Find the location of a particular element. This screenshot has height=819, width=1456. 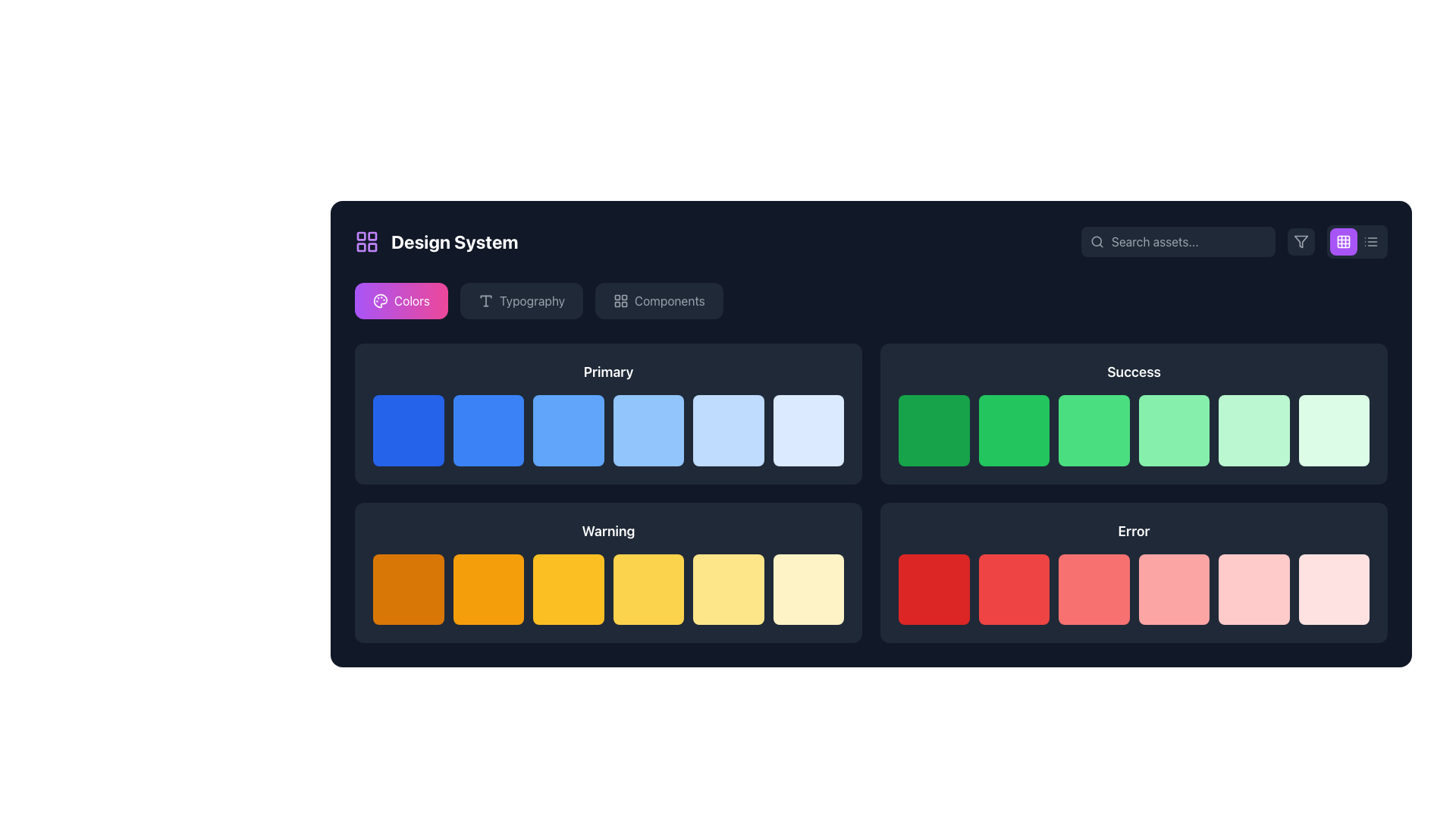

the bottom-left cell of the 2x2 grid icon located in the top-left corner of the interface, adjacent to the 'Design System' title is located at coordinates (360, 246).